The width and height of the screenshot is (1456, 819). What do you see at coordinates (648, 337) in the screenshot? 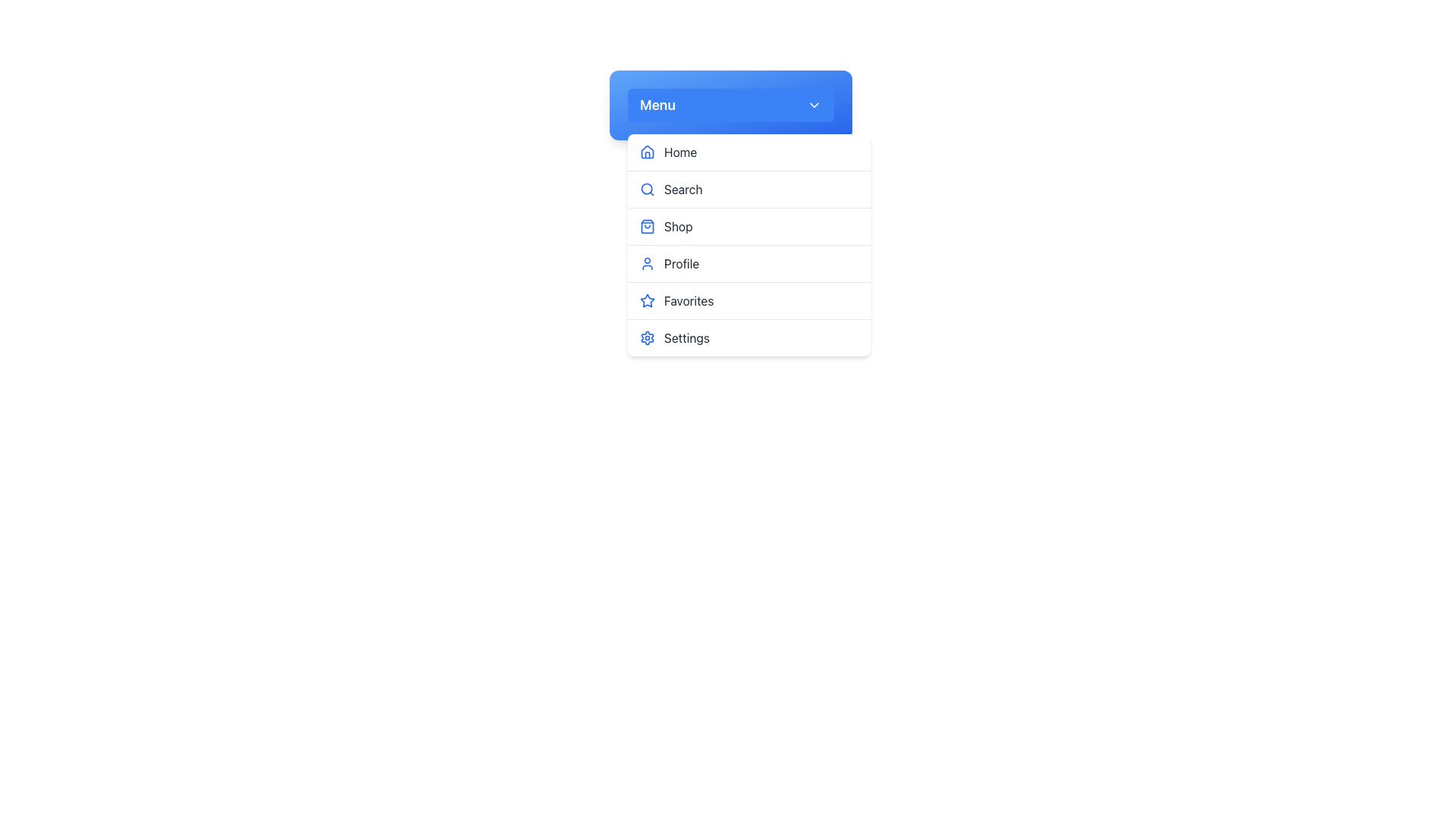
I see `the small blue gear icon located to the left of the 'Settings' menu option in the dropdown` at bounding box center [648, 337].